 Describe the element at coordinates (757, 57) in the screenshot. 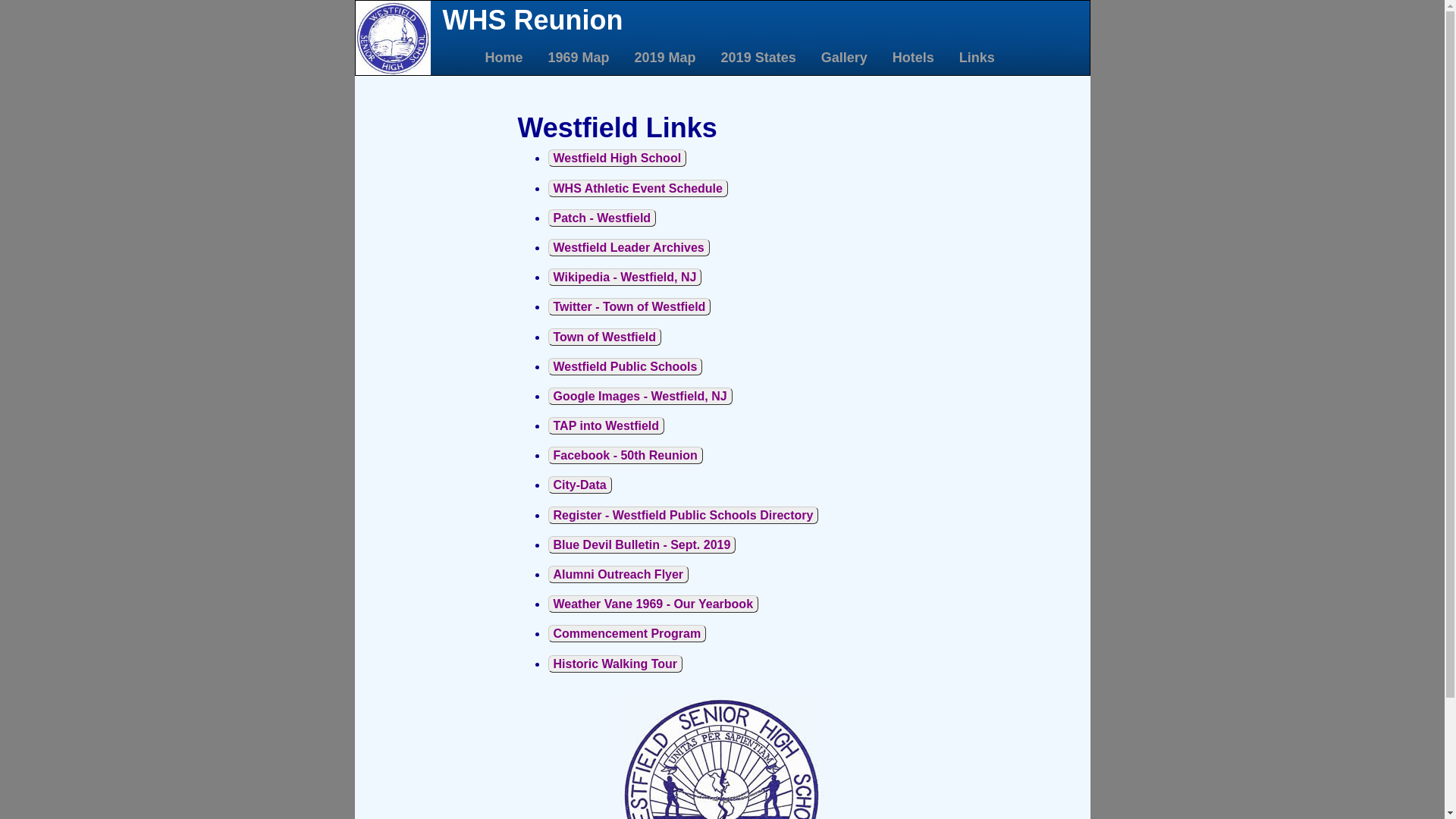

I see `'2019 States'` at that location.